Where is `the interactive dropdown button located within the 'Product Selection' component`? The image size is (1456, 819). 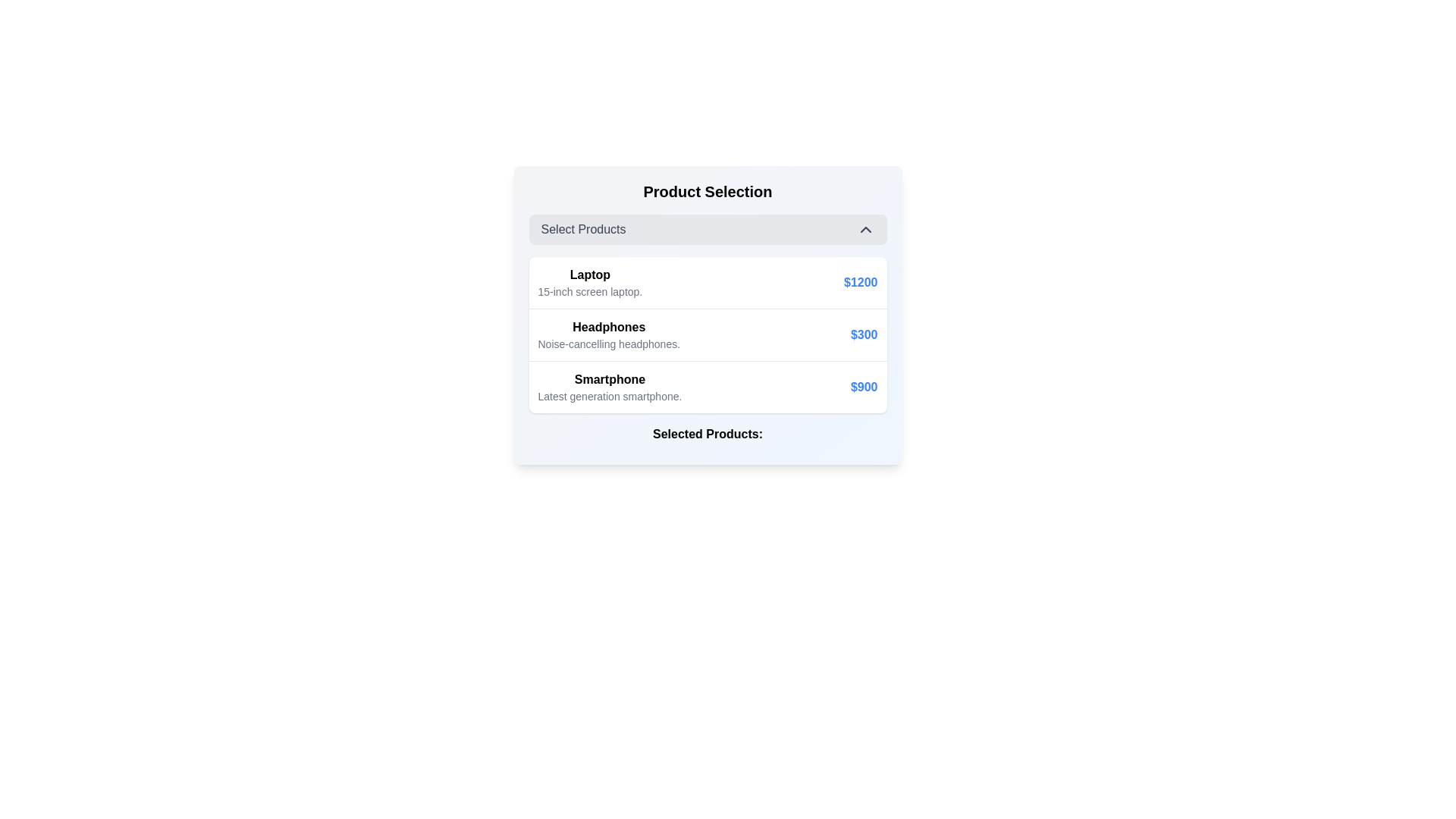 the interactive dropdown button located within the 'Product Selection' component is located at coordinates (707, 230).